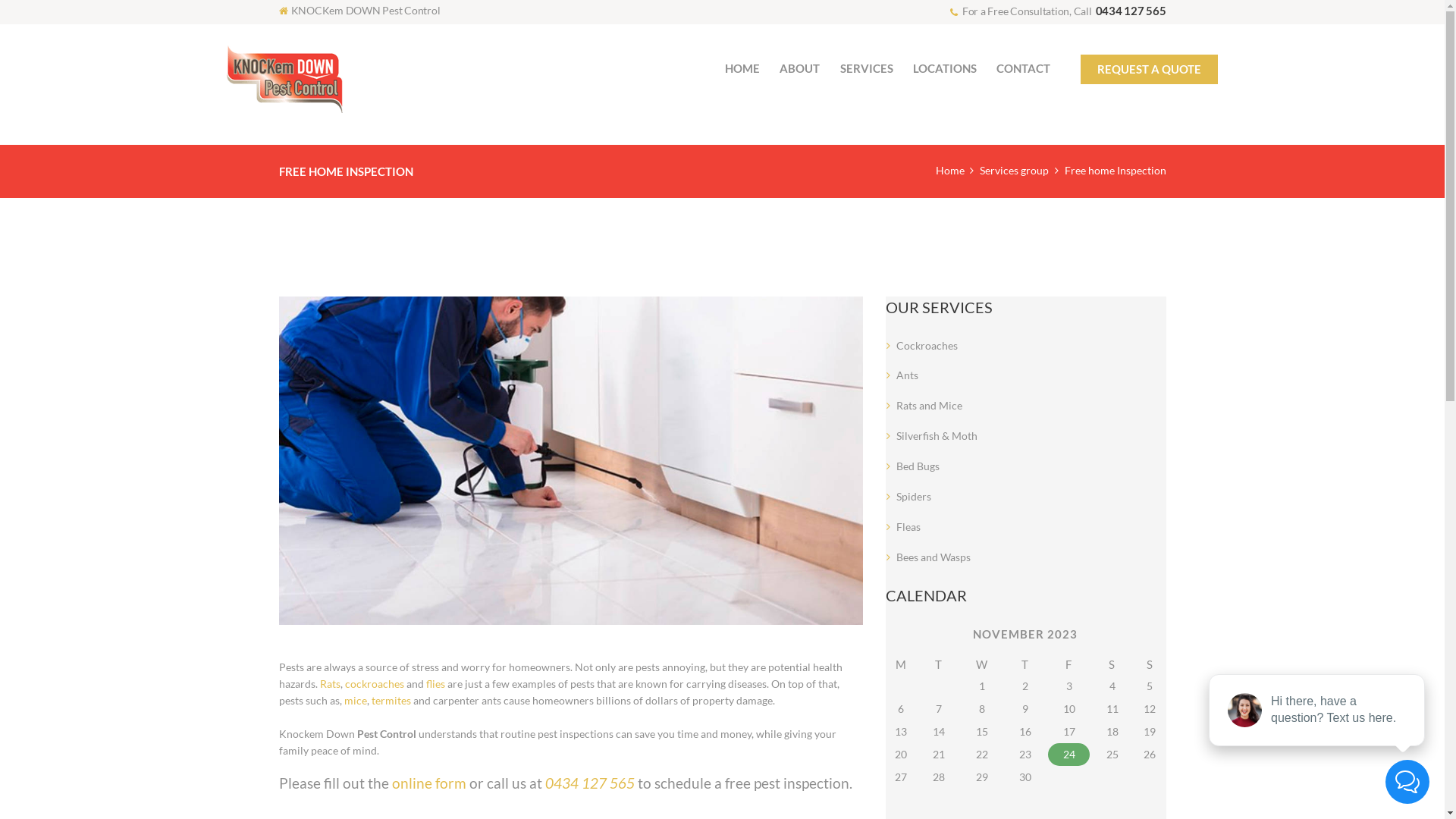  I want to click on '0434 127 565', so click(1130, 11).